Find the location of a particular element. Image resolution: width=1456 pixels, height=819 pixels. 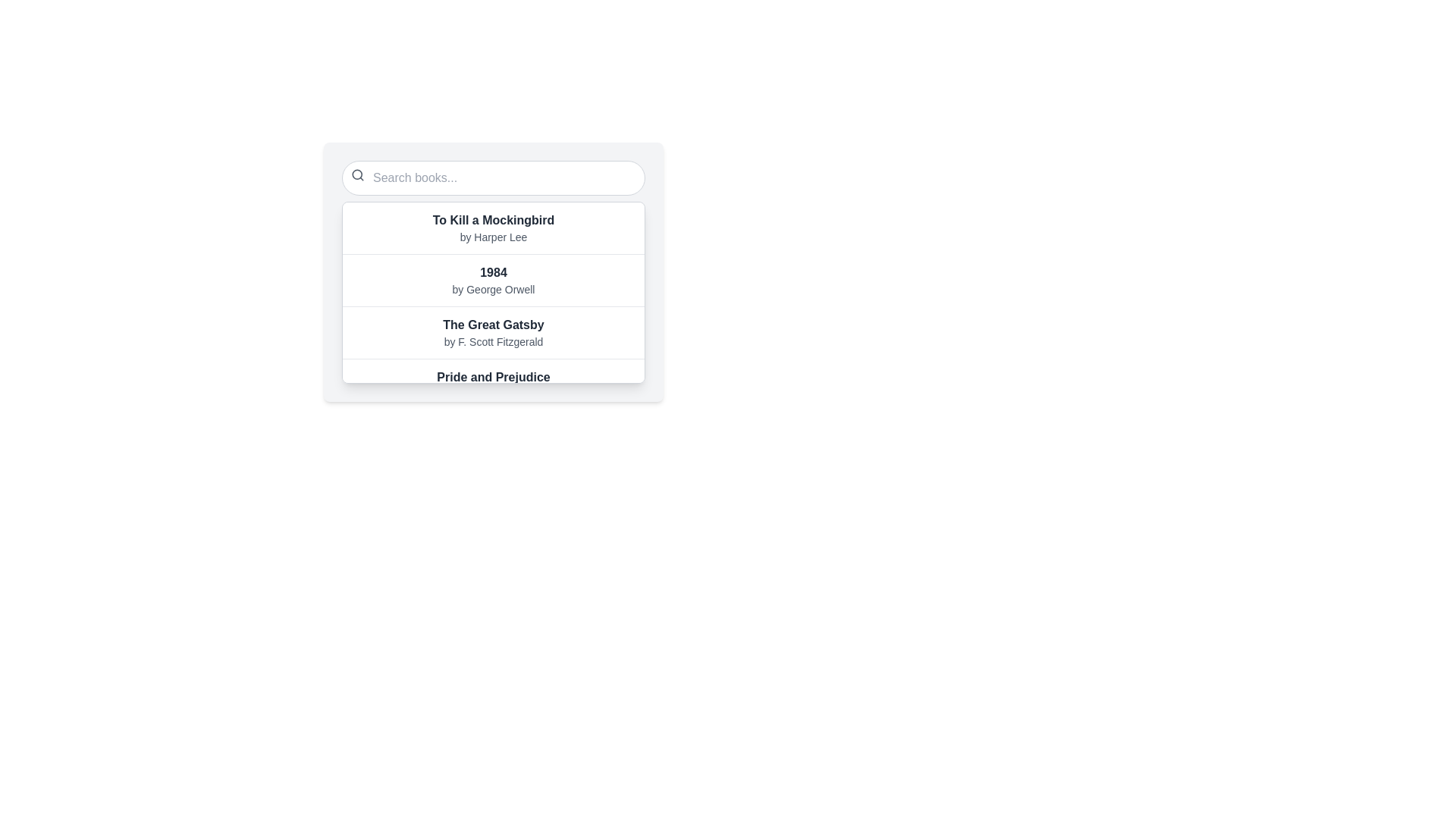

the third item in the selection list for 'The Great Gatsby' is located at coordinates (494, 331).